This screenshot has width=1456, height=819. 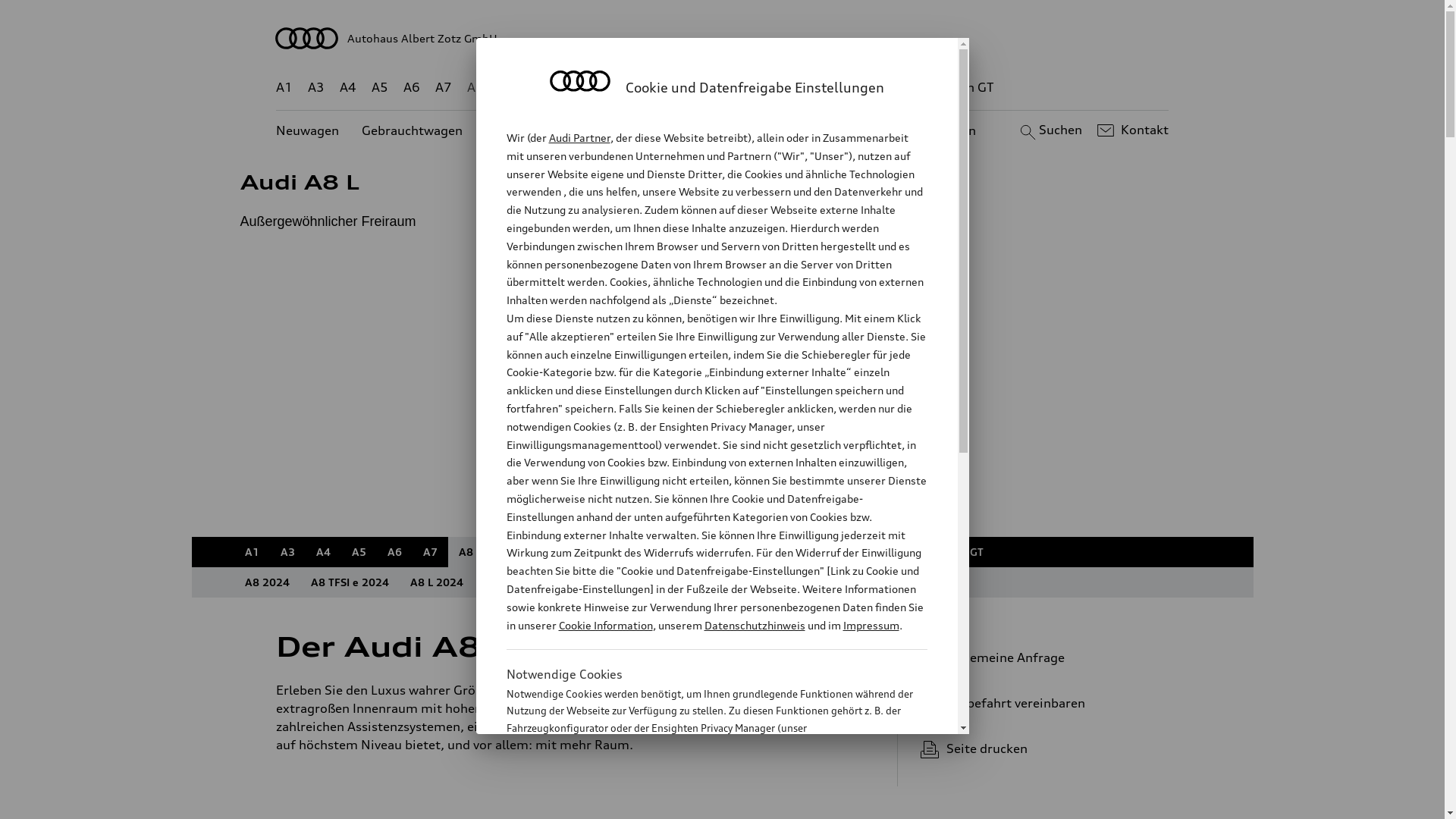 I want to click on 'g-tron', so click(x=902, y=87).